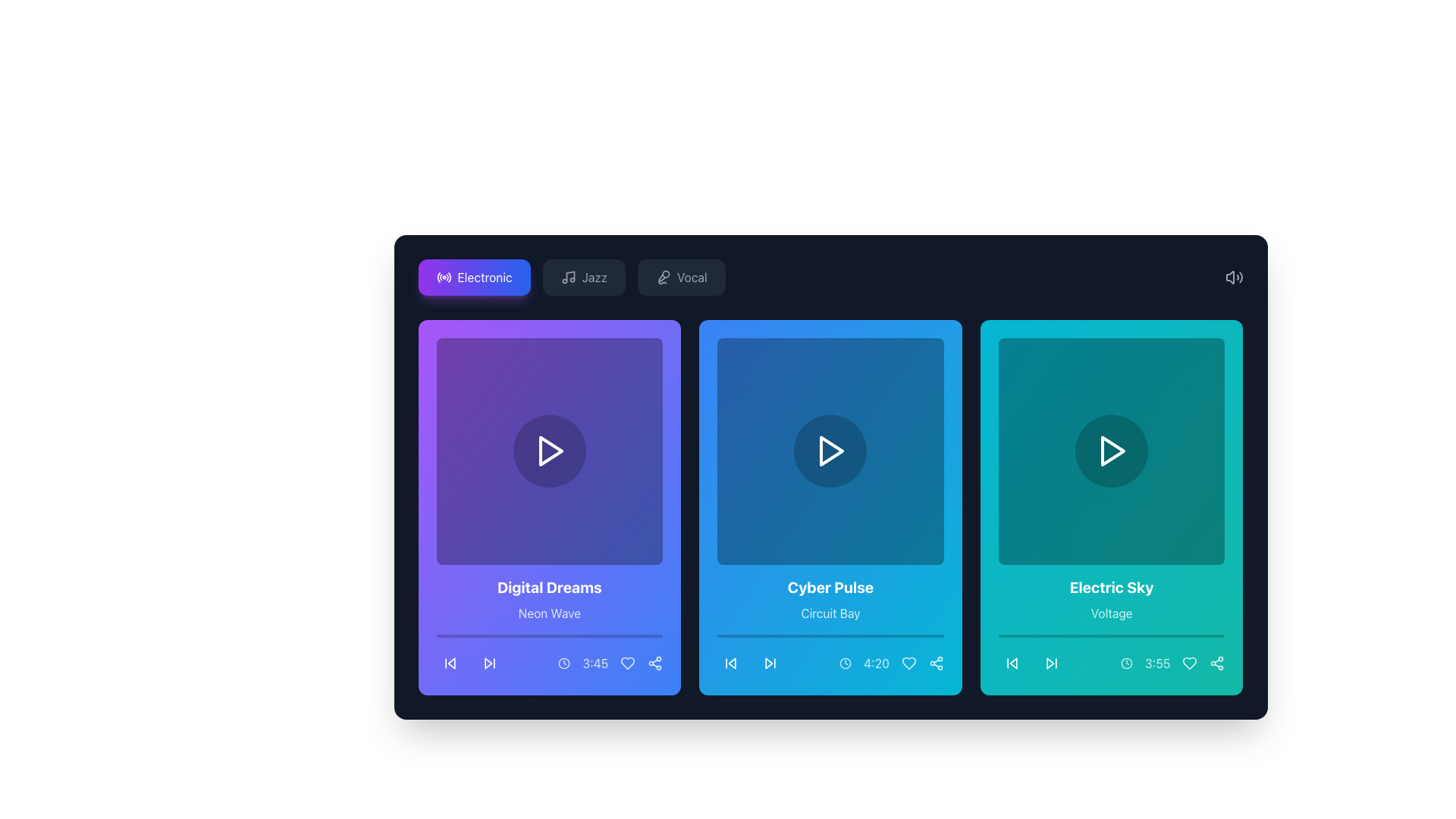  Describe the element at coordinates (1189, 662) in the screenshot. I see `the heart-shaped icon button at the bottom right of the 'Electric Sky' card` at that location.